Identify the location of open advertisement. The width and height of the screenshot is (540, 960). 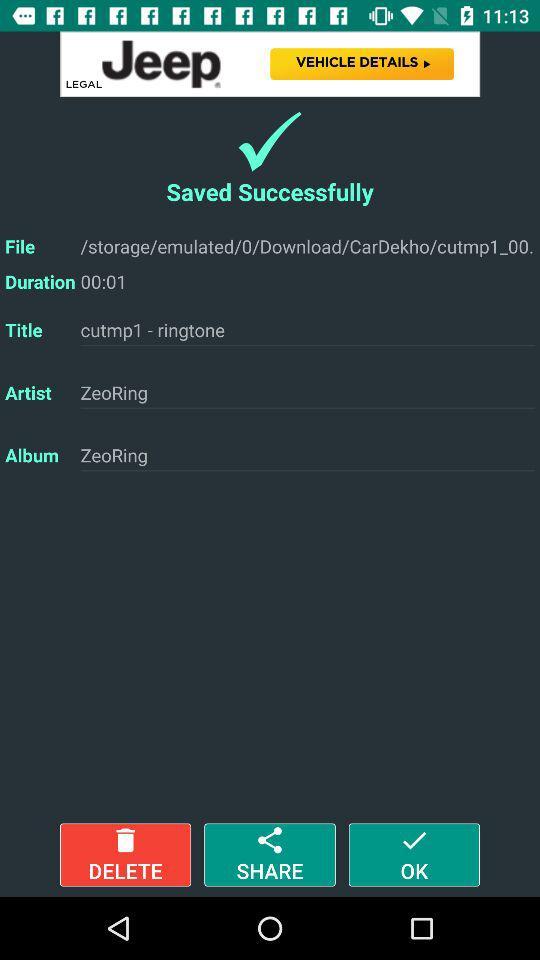
(270, 64).